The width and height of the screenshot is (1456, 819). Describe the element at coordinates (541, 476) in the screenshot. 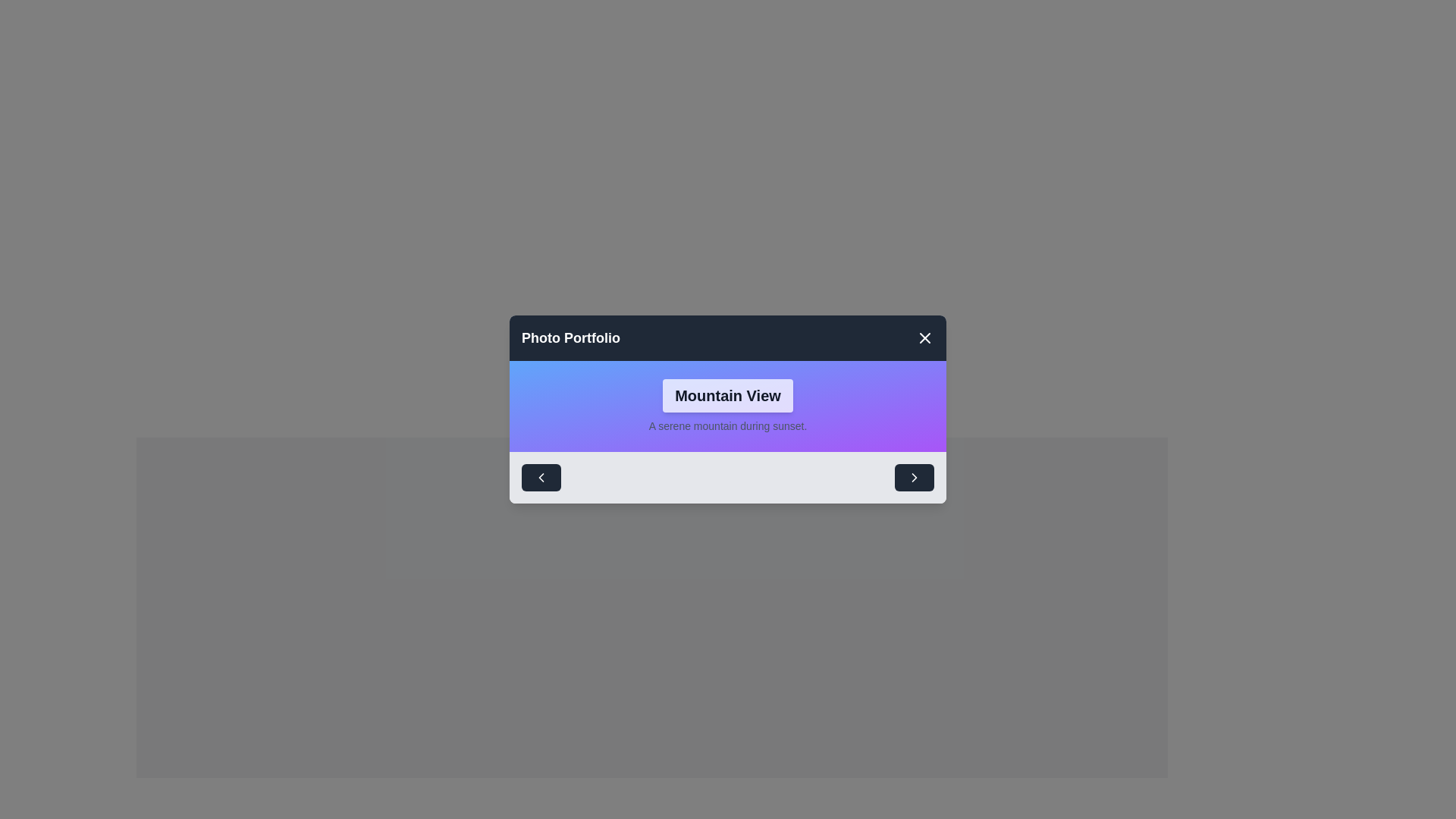

I see `the leftward-pointing chevron icon` at that location.